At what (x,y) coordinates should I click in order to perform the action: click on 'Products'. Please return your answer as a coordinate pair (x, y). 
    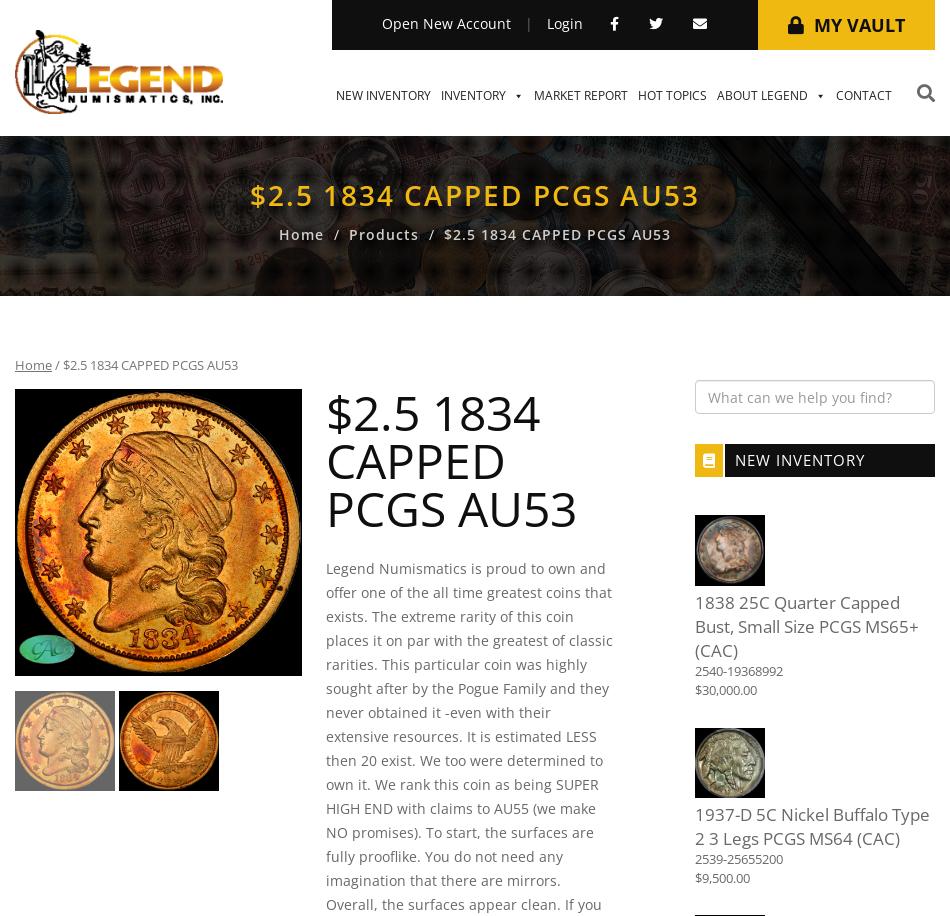
    Looking at the image, I should click on (382, 234).